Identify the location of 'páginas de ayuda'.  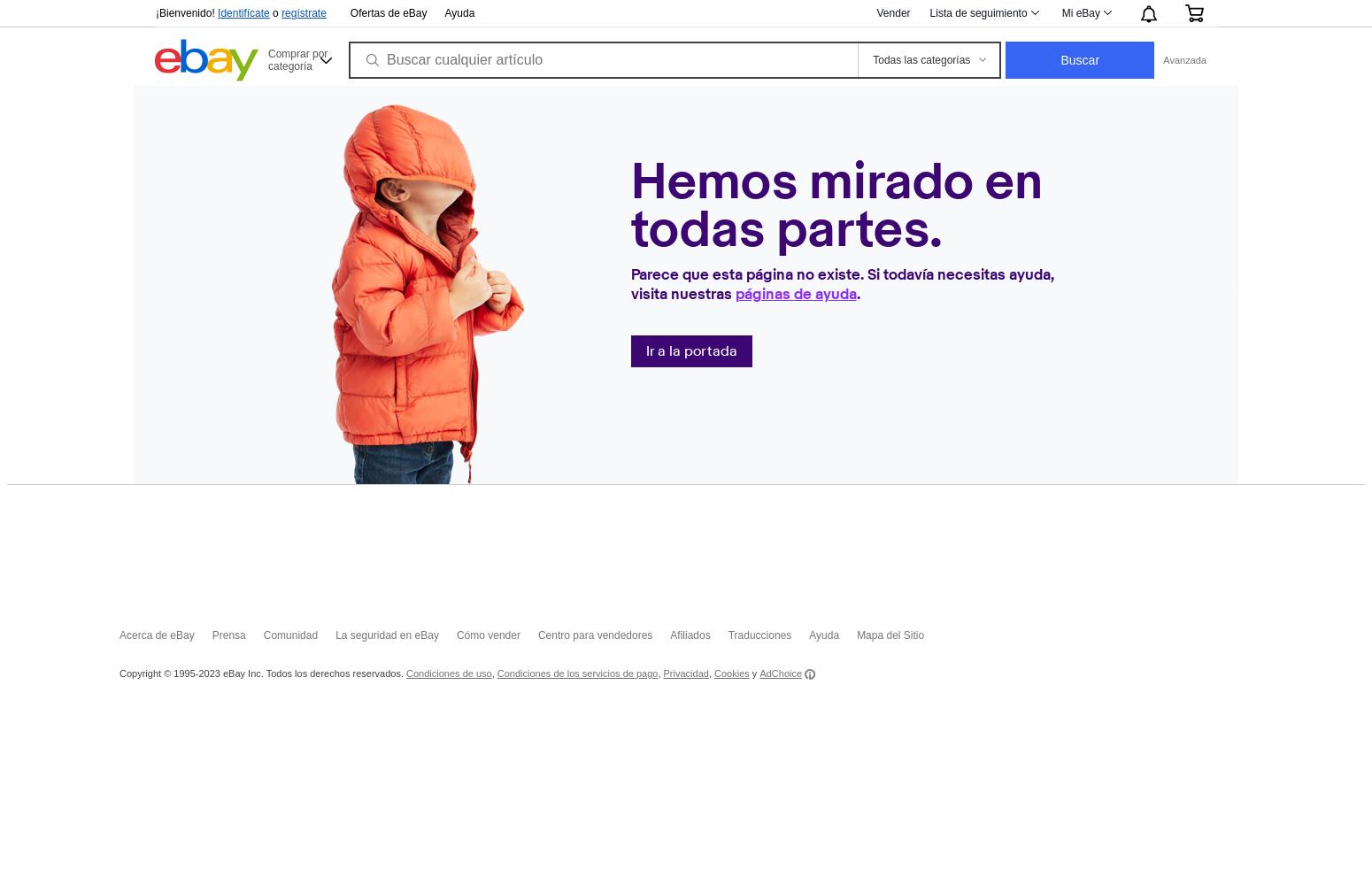
(795, 292).